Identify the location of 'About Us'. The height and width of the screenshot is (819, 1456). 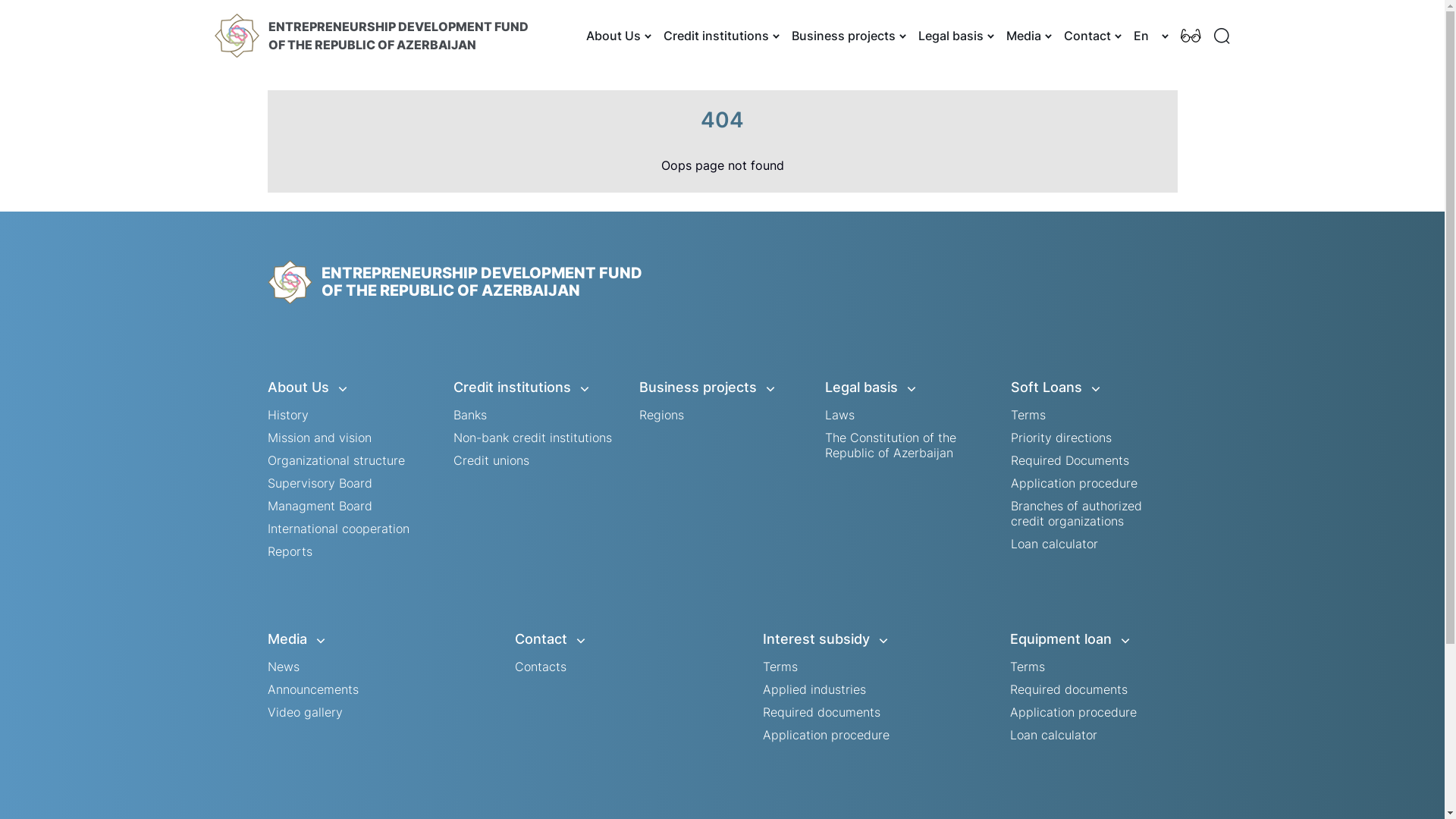
(616, 34).